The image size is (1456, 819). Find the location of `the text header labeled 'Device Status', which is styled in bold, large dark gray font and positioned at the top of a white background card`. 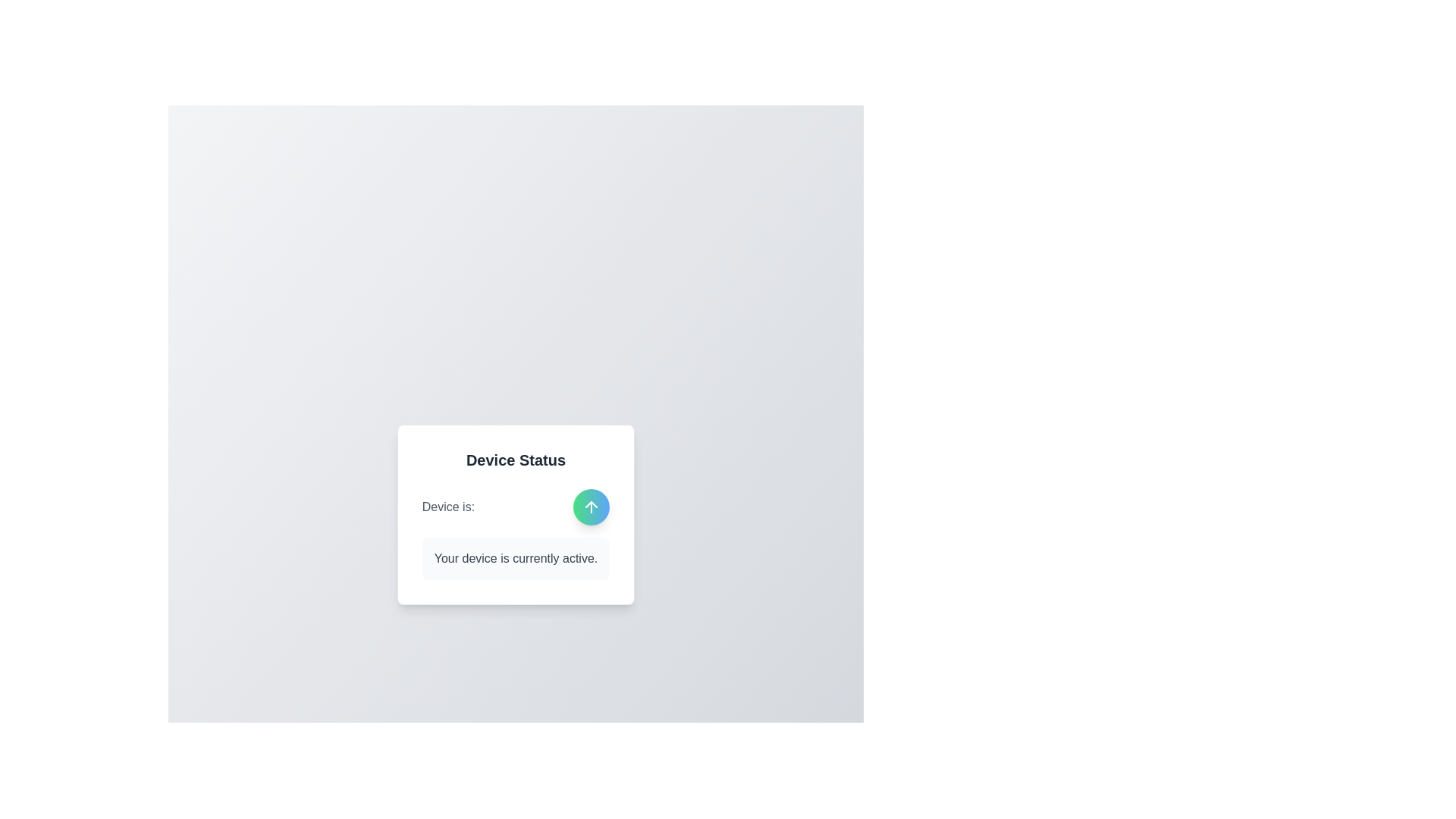

the text header labeled 'Device Status', which is styled in bold, large dark gray font and positioned at the top of a white background card is located at coordinates (516, 459).